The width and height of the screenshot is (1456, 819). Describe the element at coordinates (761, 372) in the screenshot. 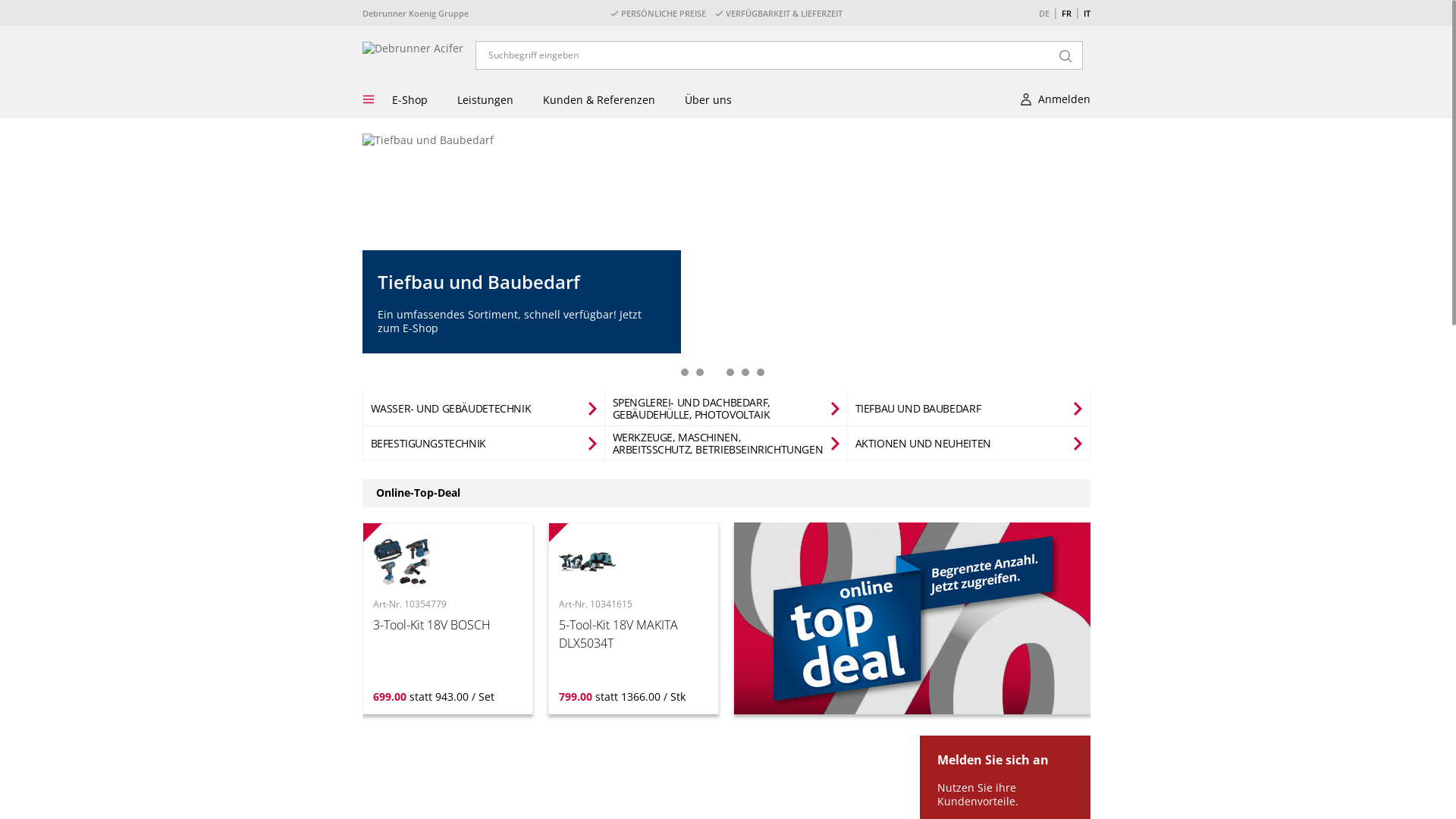

I see `'6'` at that location.